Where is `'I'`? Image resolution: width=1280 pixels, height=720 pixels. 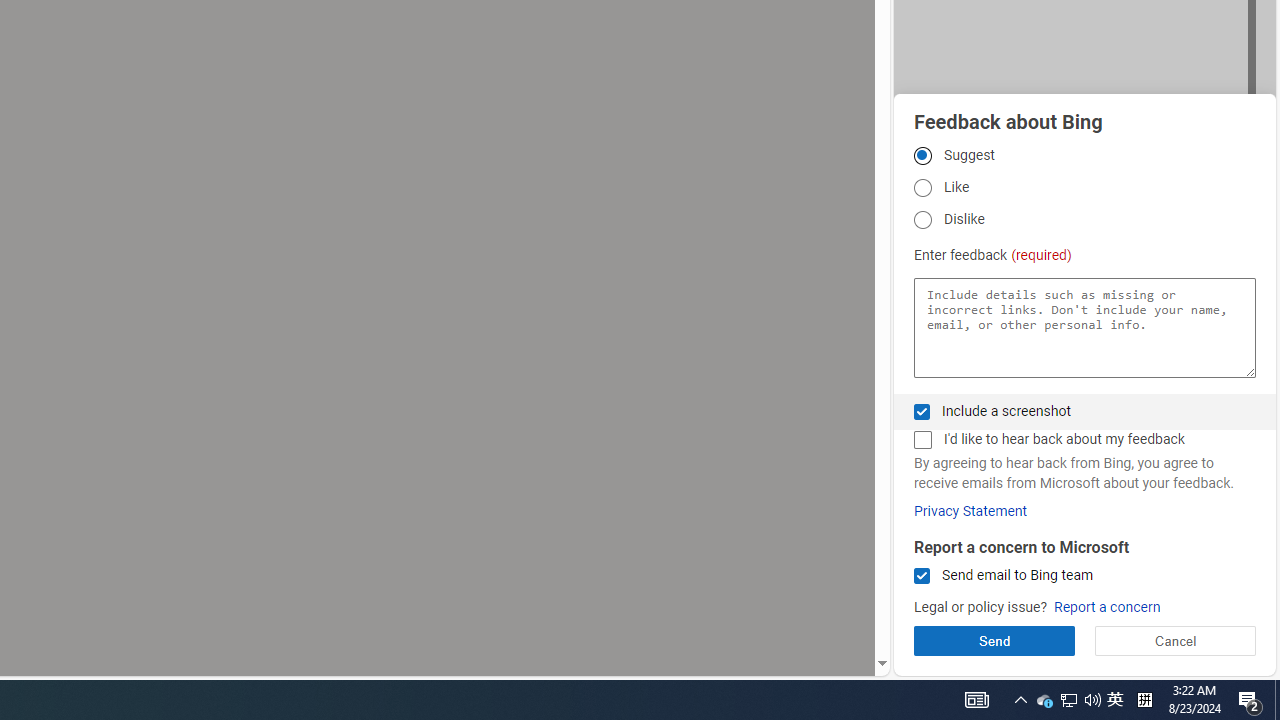
'I' is located at coordinates (921, 439).